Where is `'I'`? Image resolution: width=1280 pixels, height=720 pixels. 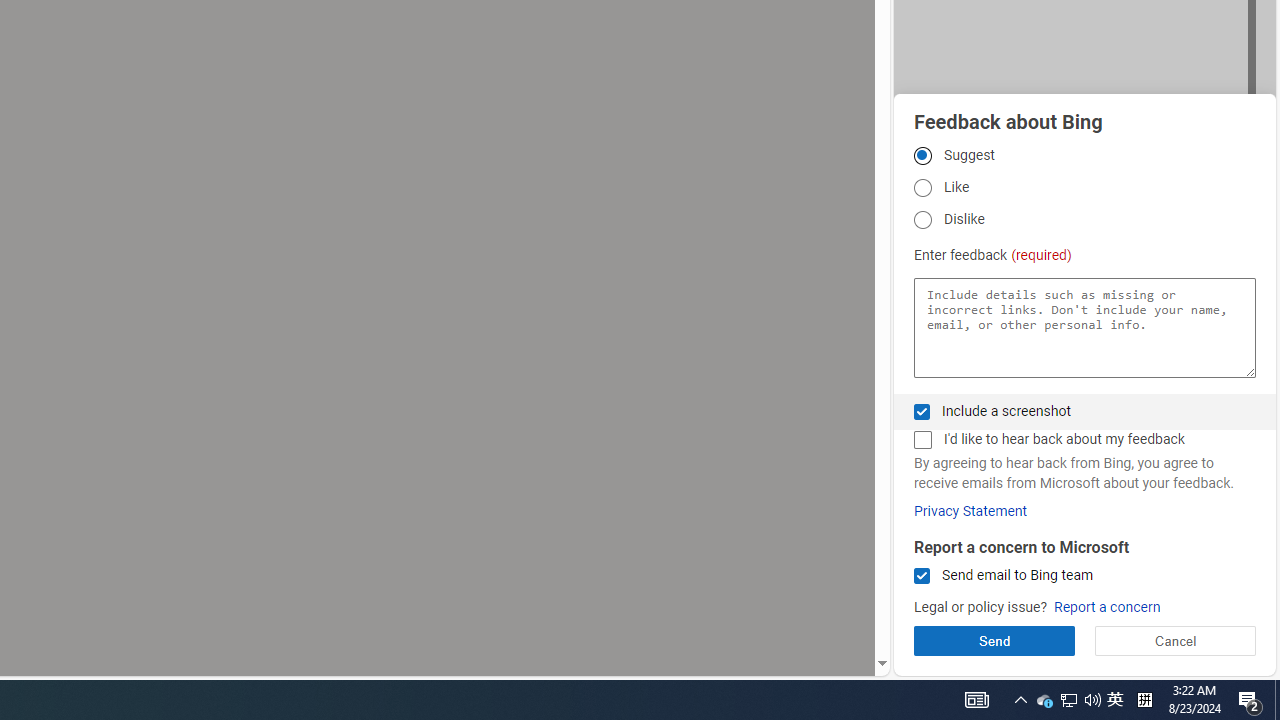
'I' is located at coordinates (921, 439).